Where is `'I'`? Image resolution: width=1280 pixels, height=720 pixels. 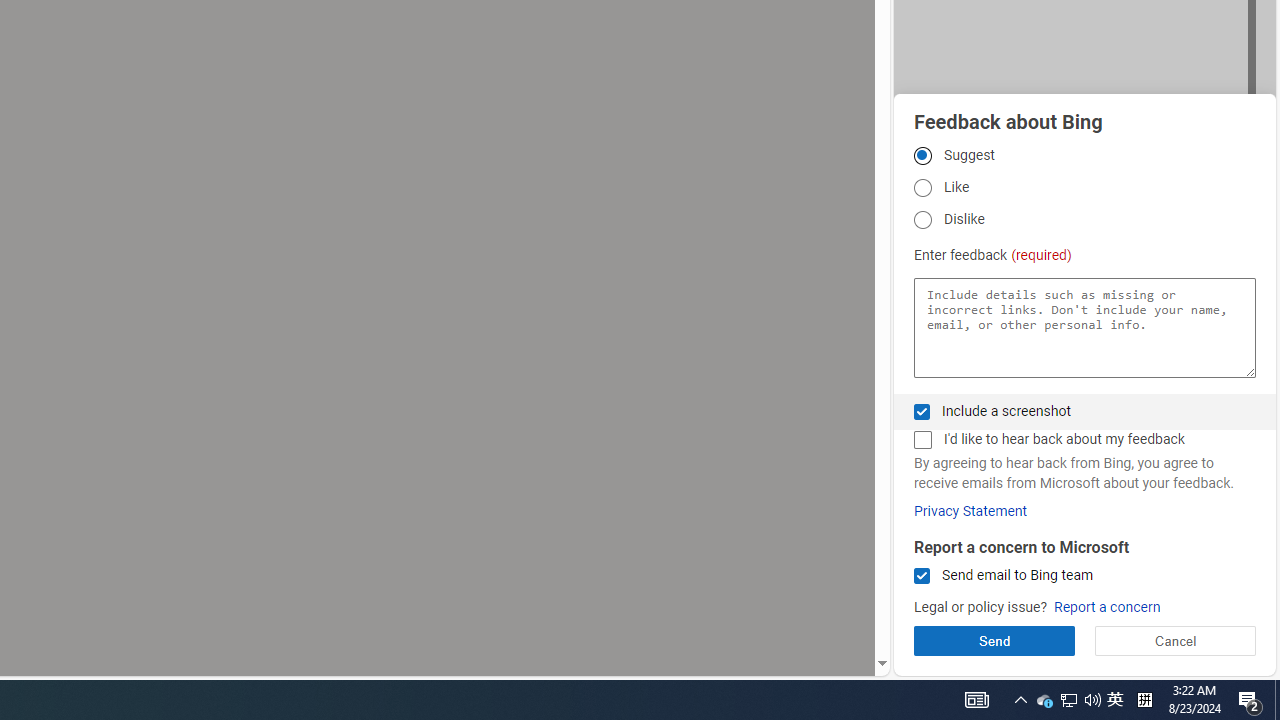
'I' is located at coordinates (921, 439).